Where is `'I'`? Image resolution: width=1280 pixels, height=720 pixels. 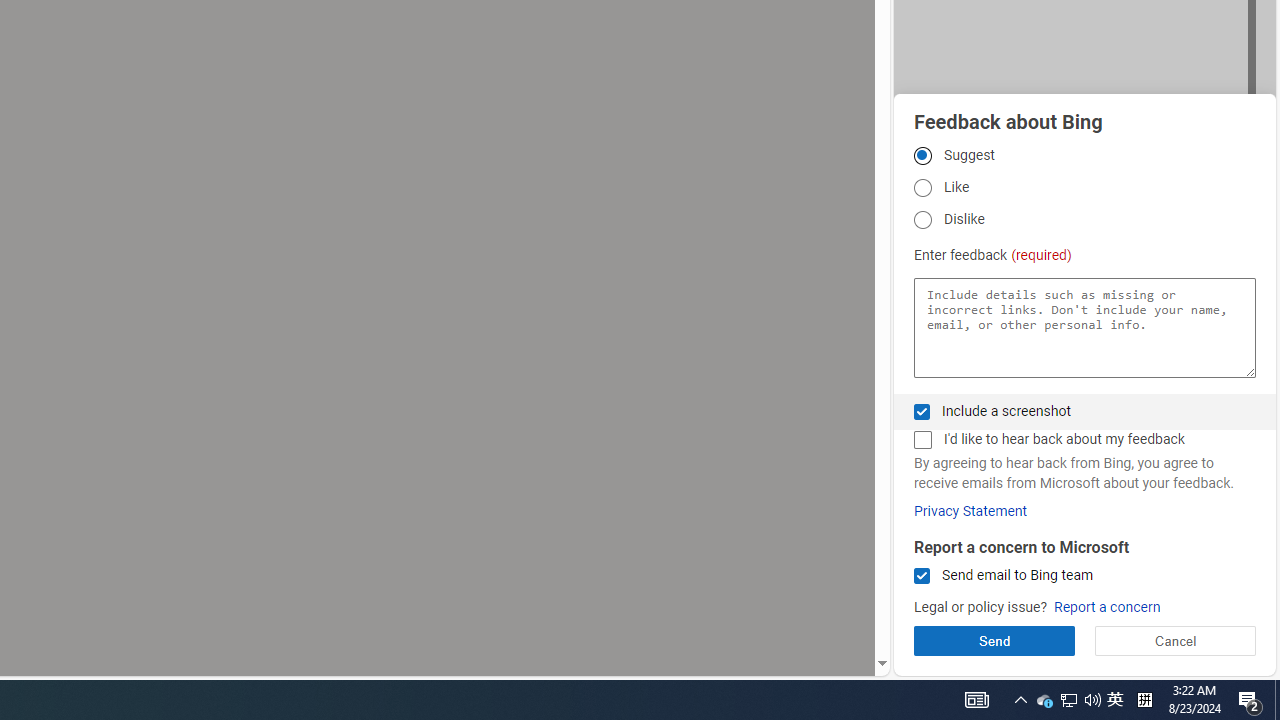
'I' is located at coordinates (921, 439).